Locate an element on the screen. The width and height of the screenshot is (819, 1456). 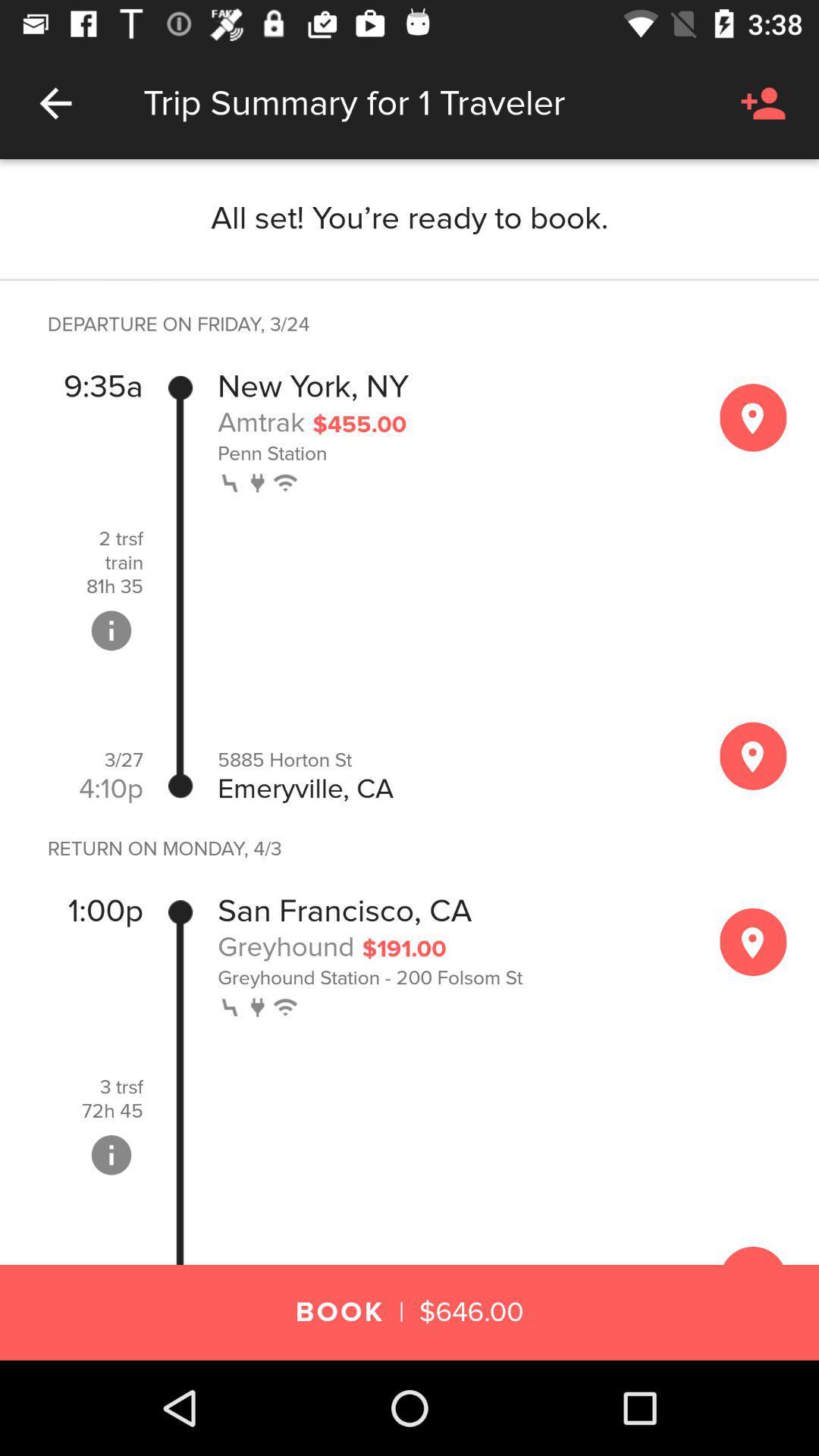
map is located at coordinates (753, 417).